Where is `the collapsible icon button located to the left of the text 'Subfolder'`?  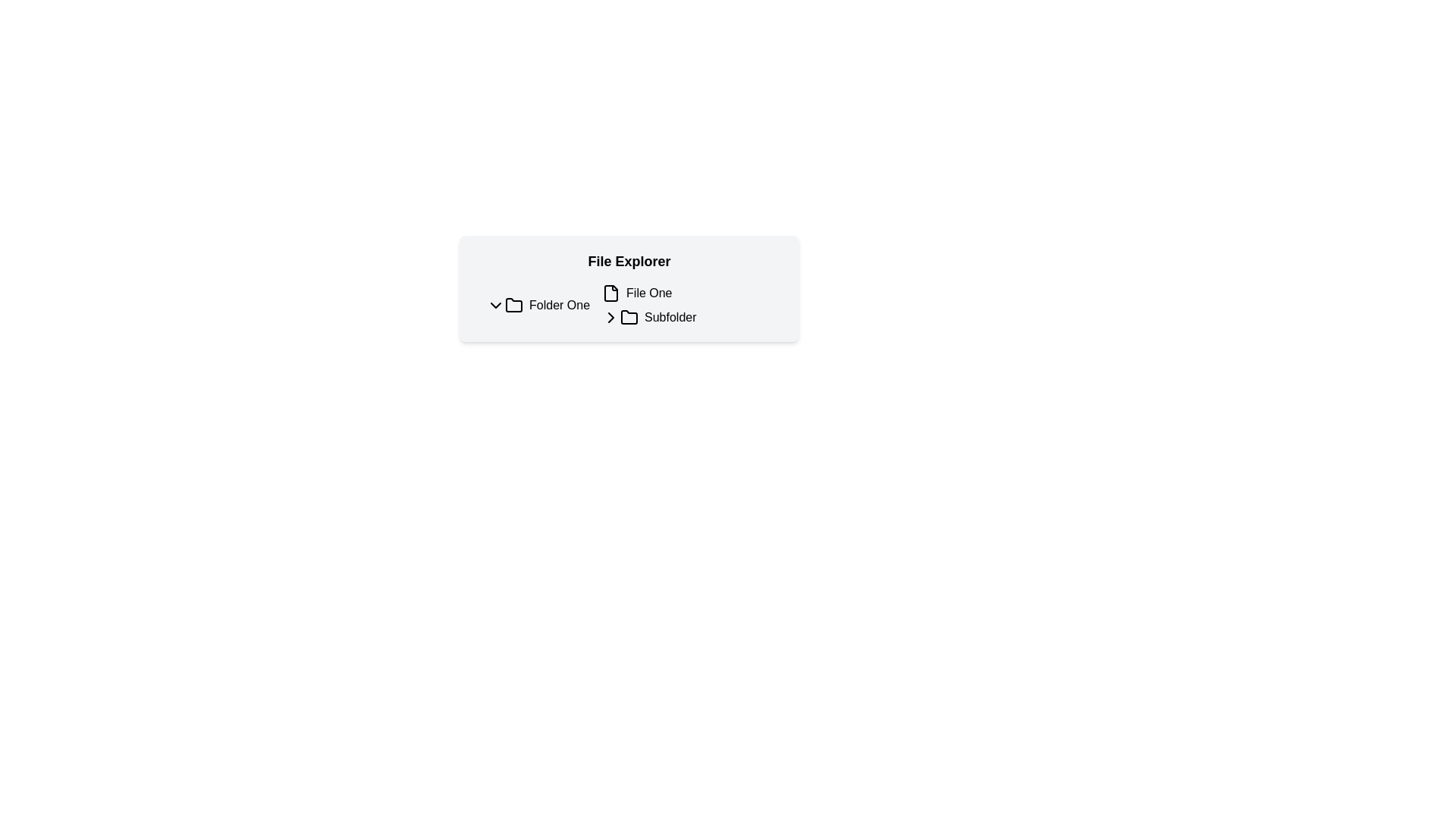
the collapsible icon button located to the left of the text 'Subfolder' is located at coordinates (611, 317).